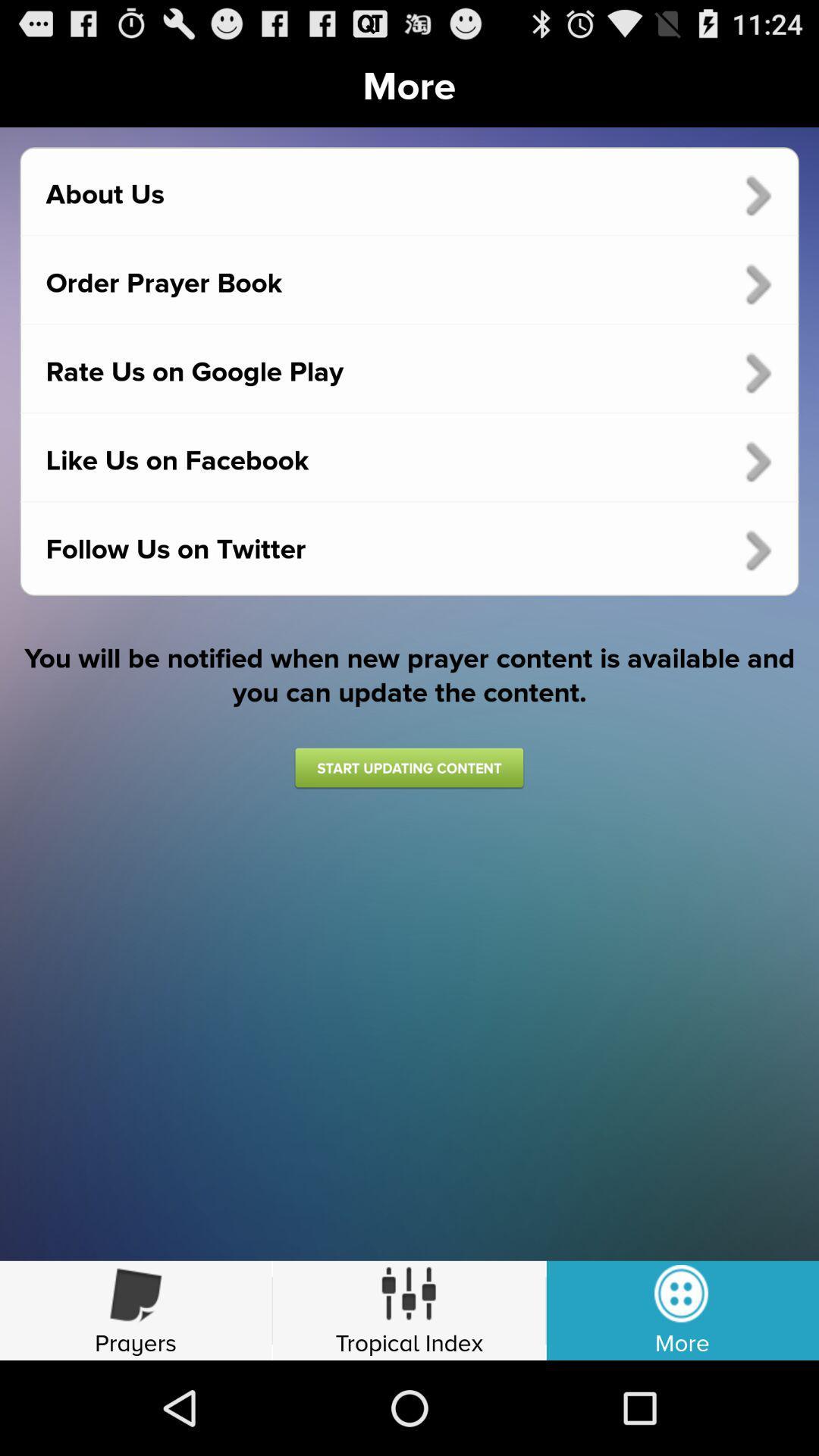  What do you see at coordinates (408, 767) in the screenshot?
I see `content` at bounding box center [408, 767].